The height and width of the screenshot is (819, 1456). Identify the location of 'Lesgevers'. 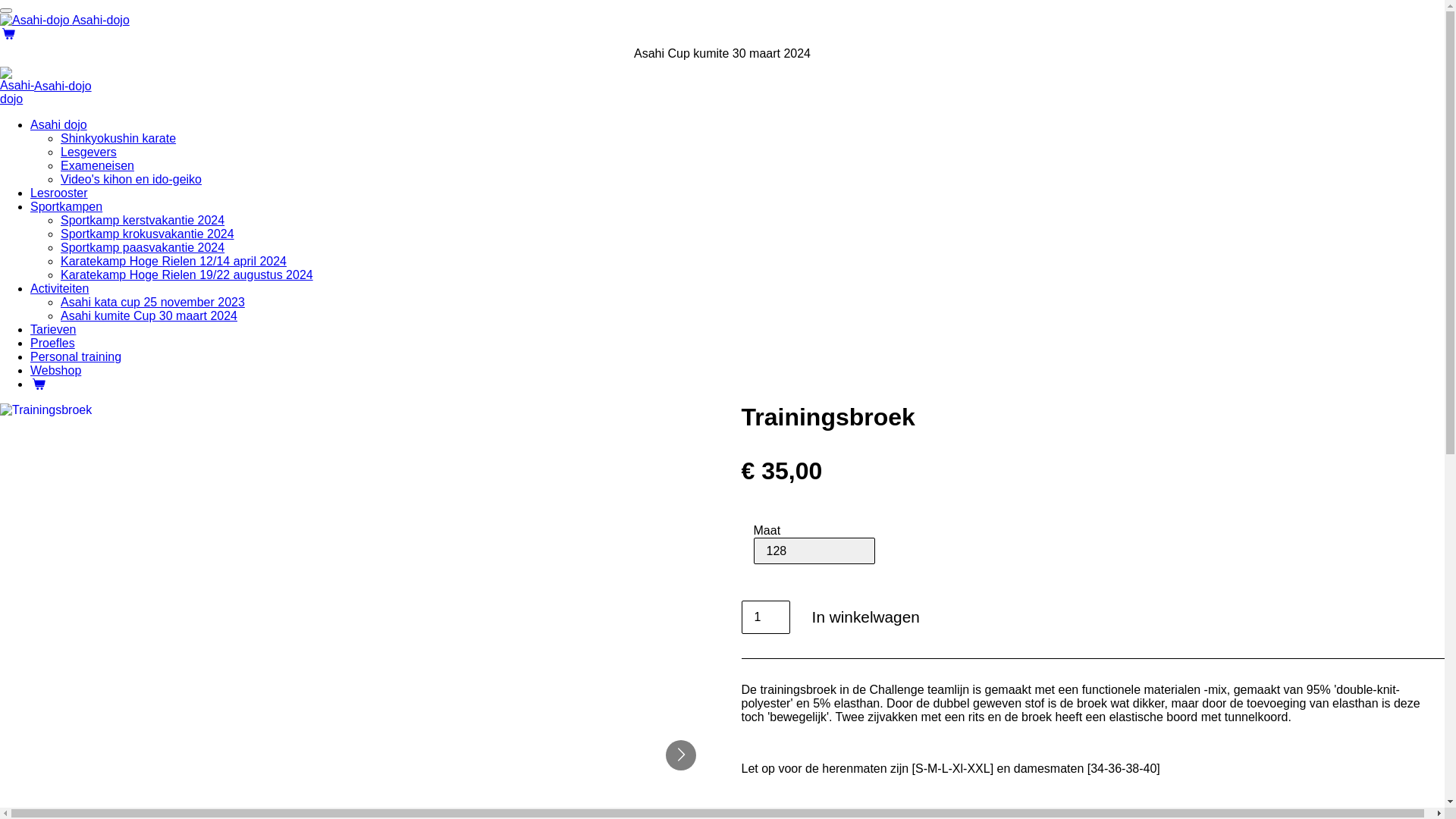
(87, 152).